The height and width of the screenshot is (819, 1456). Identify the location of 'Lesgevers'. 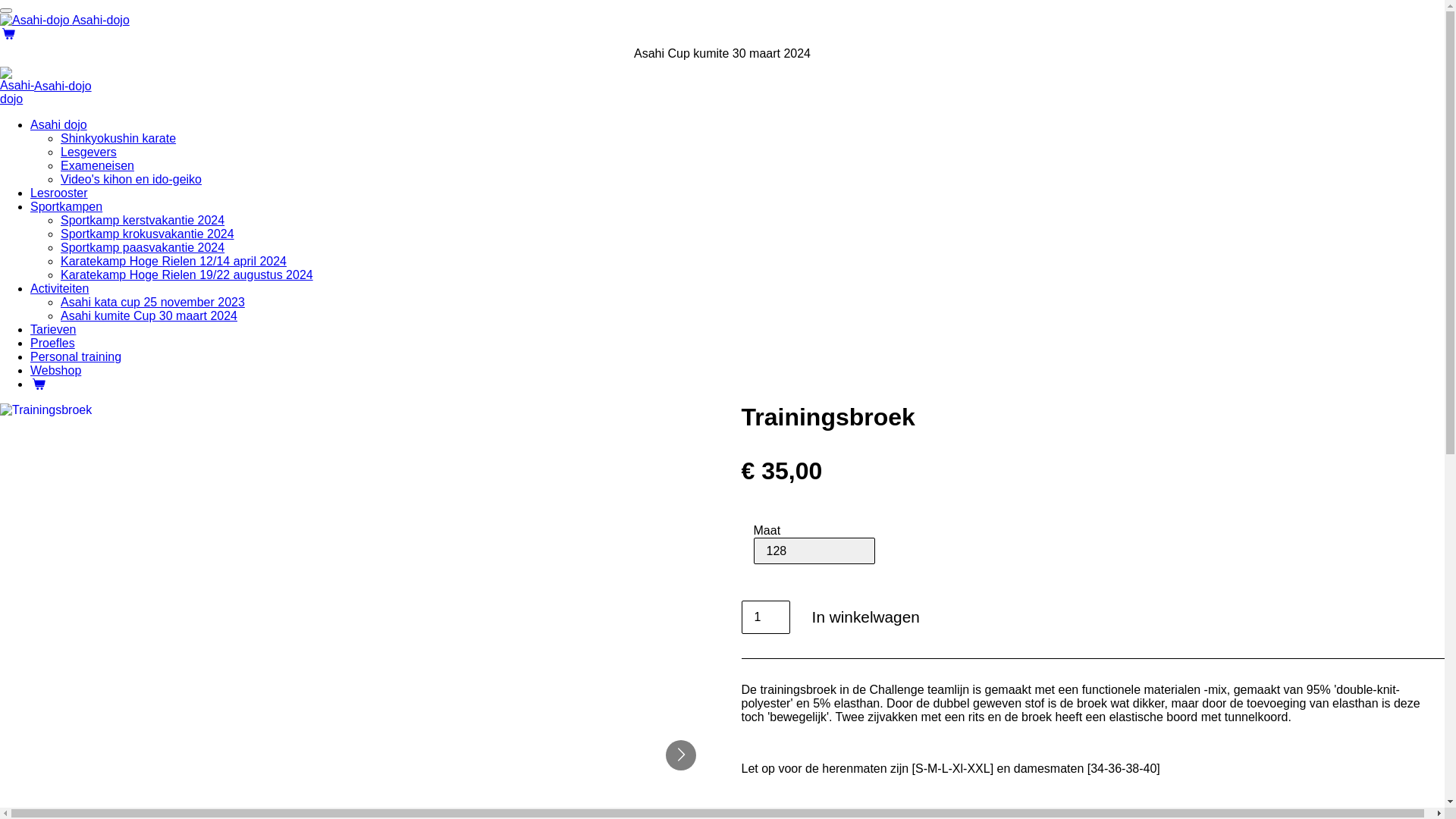
(87, 152).